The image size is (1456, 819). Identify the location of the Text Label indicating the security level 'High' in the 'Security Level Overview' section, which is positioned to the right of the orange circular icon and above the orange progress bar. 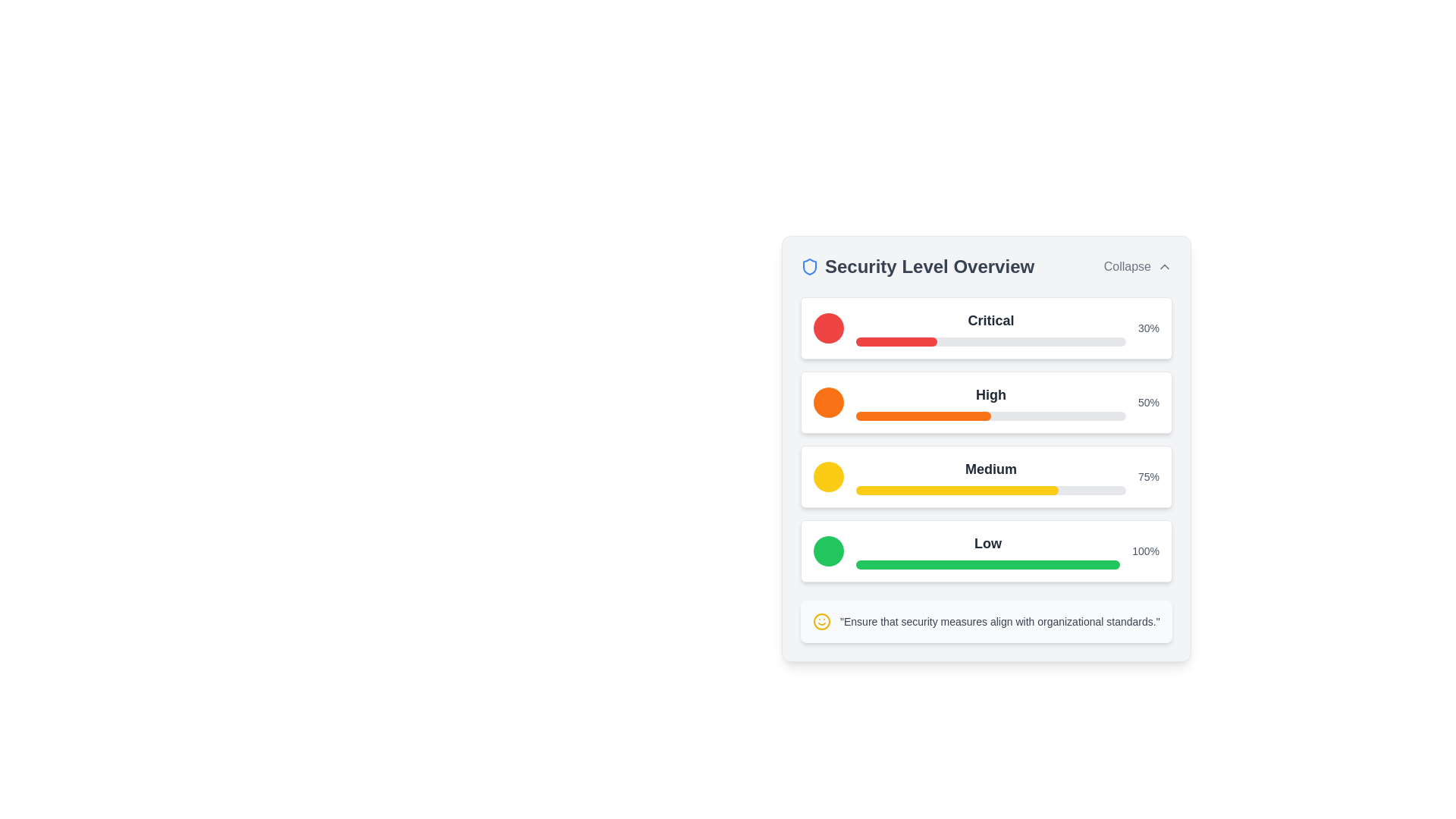
(990, 394).